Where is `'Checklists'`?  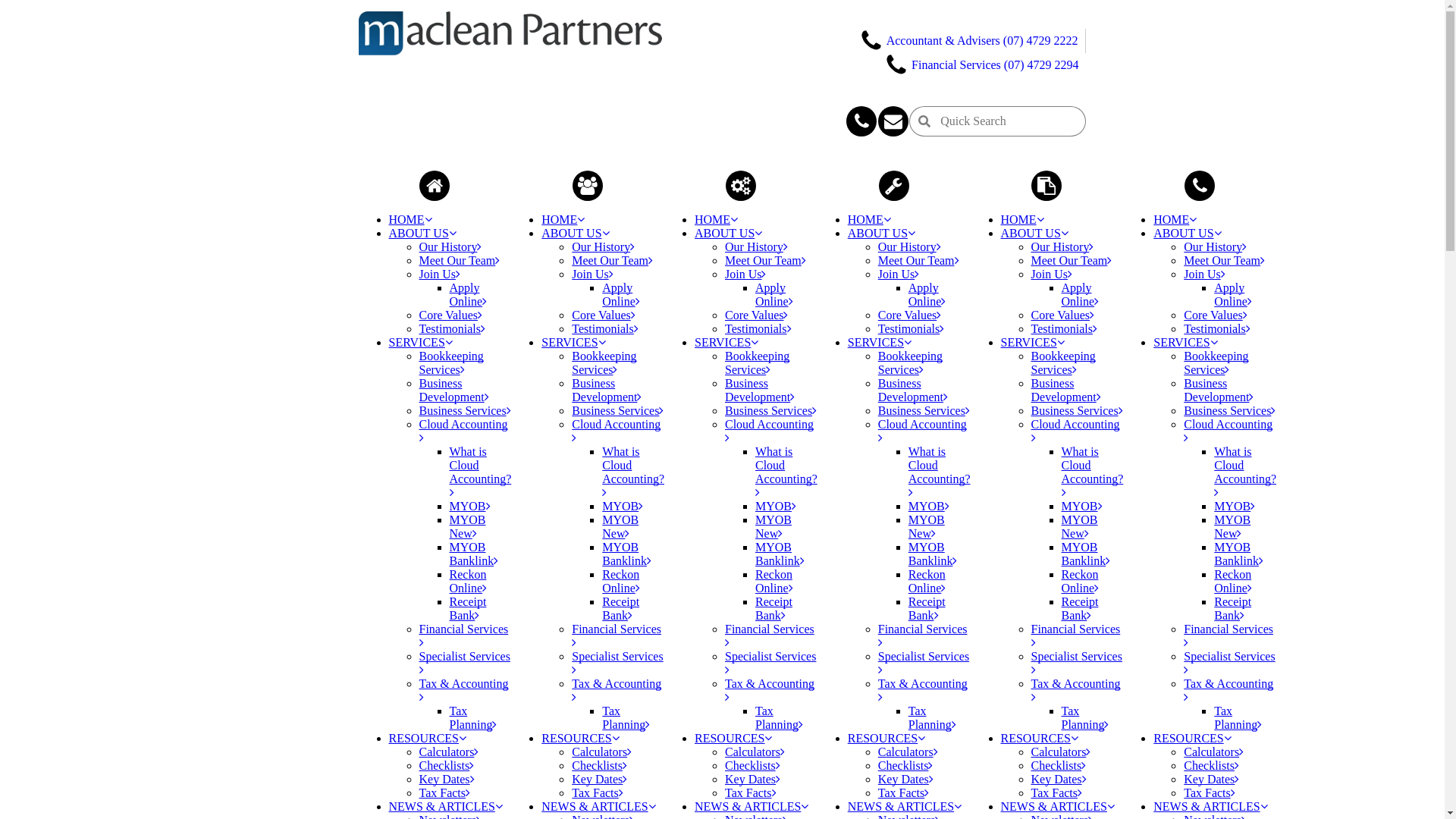
'Checklists' is located at coordinates (1058, 765).